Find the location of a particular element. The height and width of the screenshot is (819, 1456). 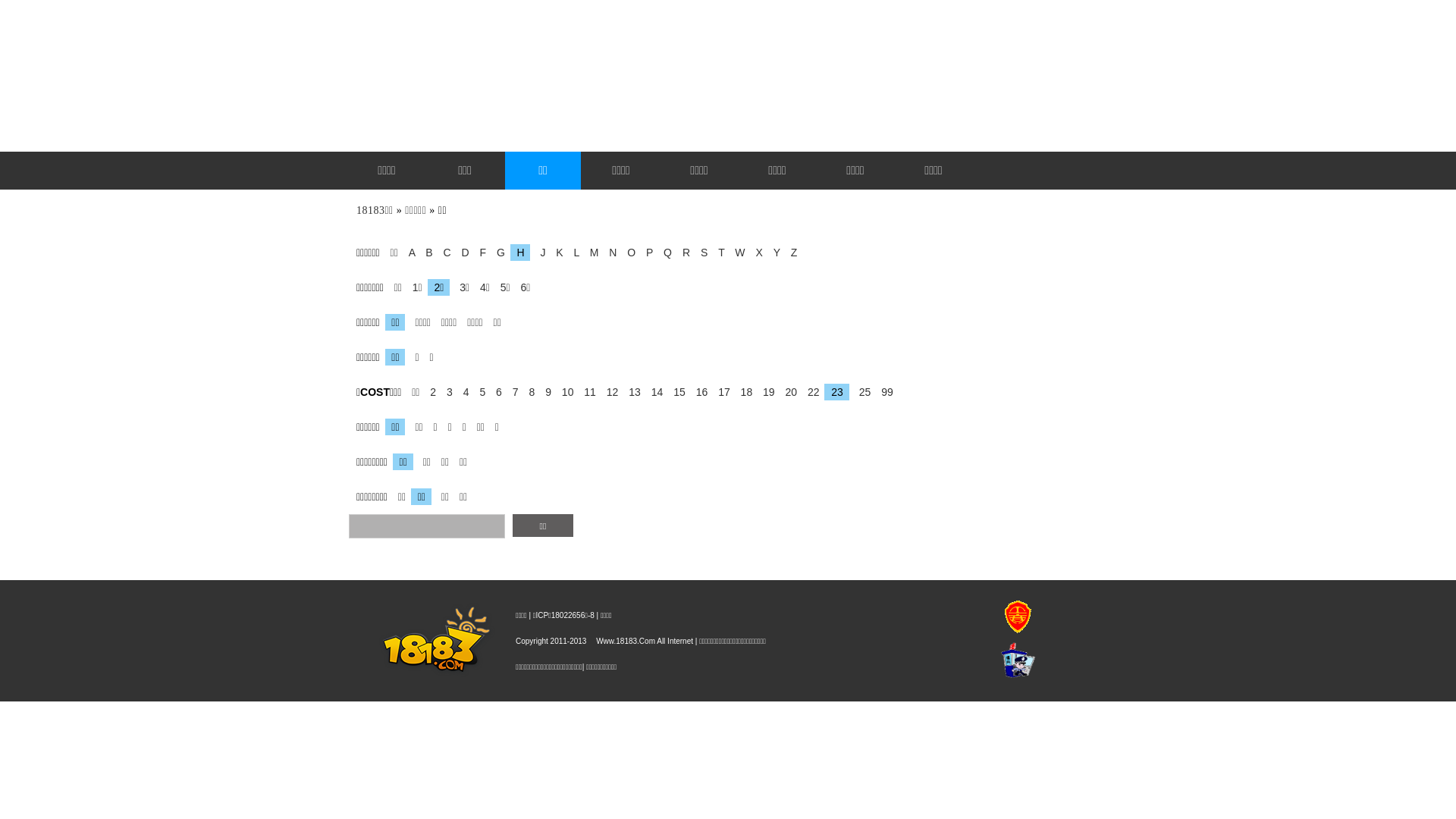

'Q' is located at coordinates (664, 251).